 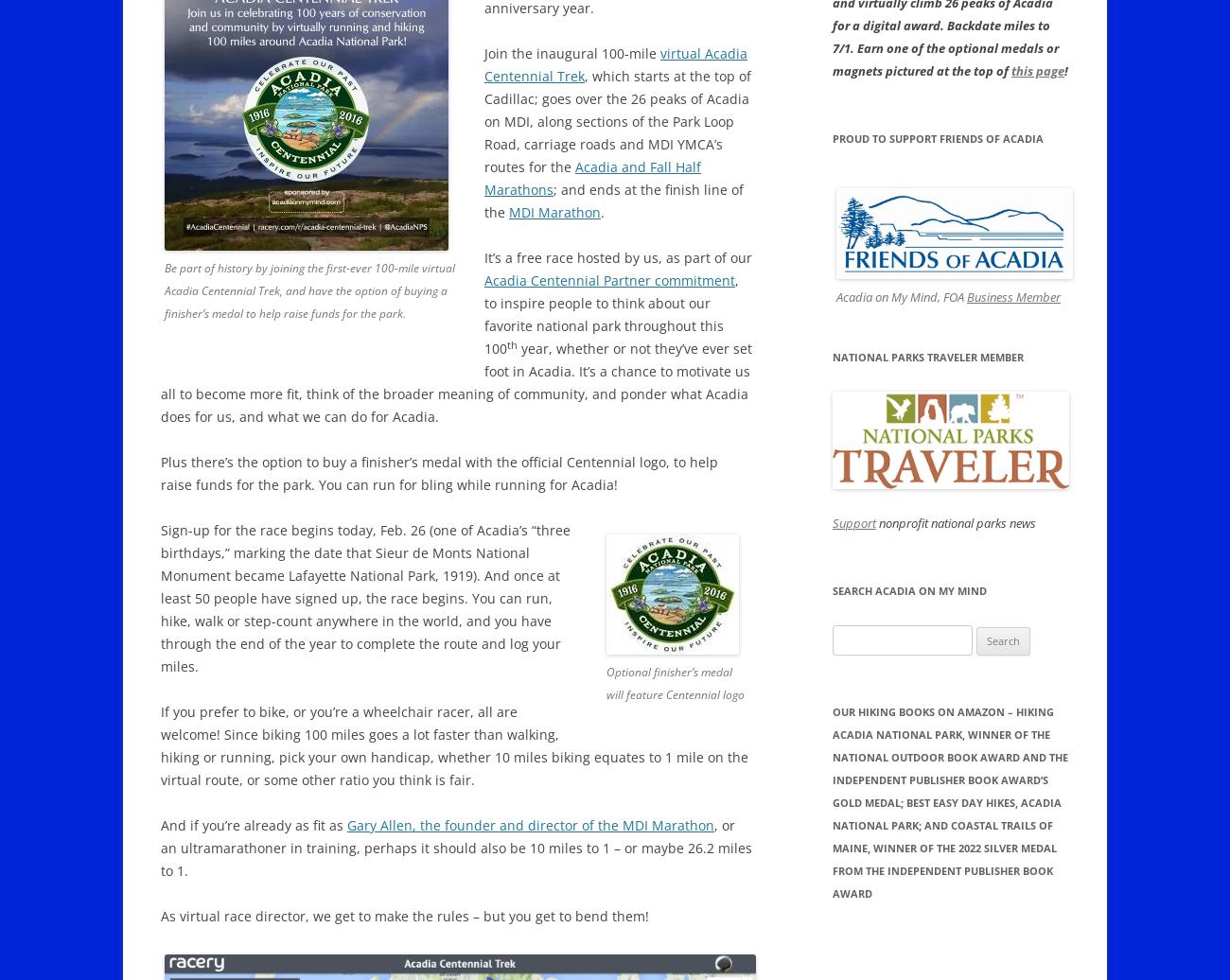 I want to click on 'Be part of history by joining the first-ever 100-mile virtual Acadia Centennial Trek, and have the option of buying a finisher’s medal to help raise funds for the park.', so click(x=308, y=290).